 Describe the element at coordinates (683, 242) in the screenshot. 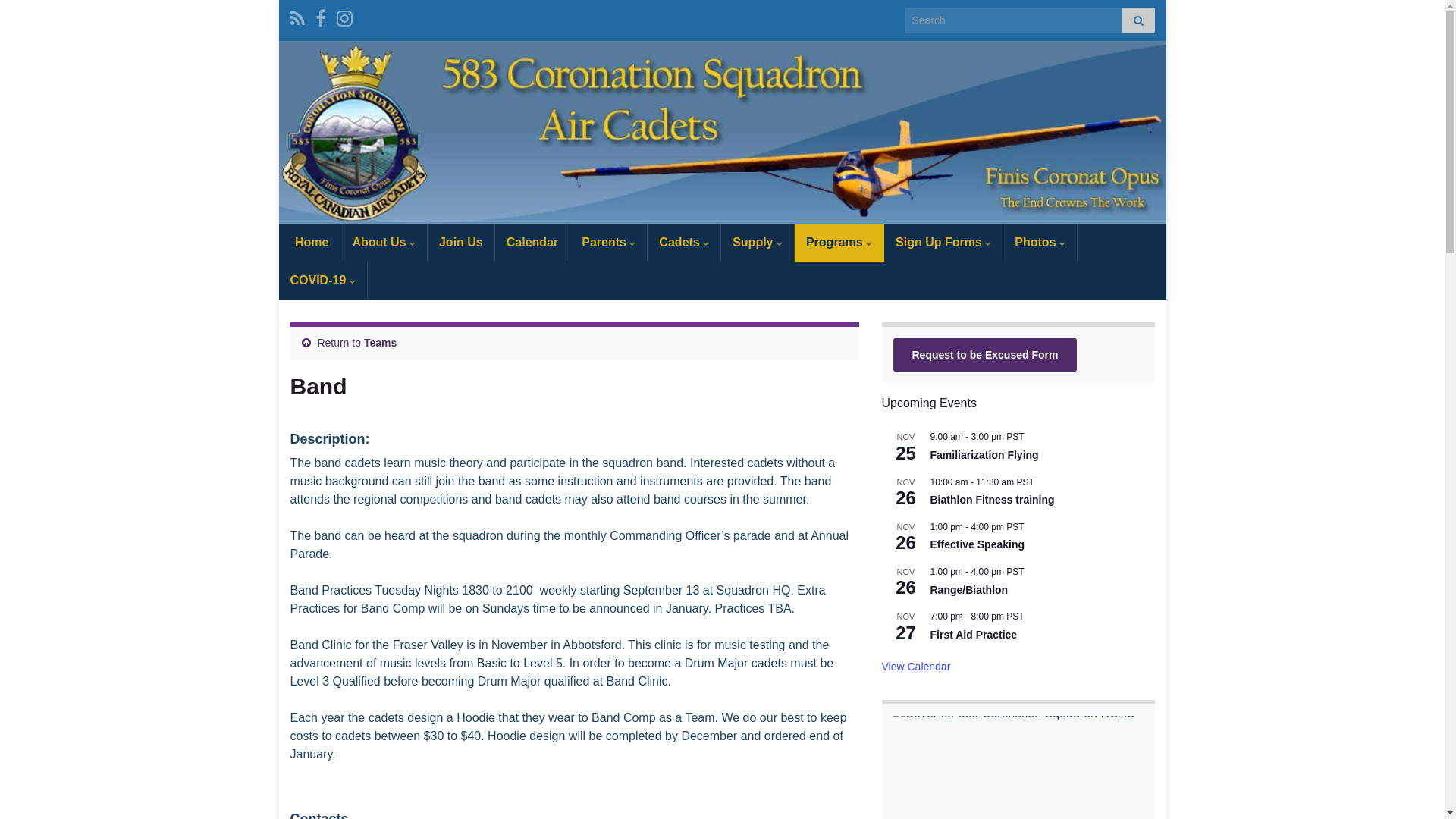

I see `'Cadets'` at that location.